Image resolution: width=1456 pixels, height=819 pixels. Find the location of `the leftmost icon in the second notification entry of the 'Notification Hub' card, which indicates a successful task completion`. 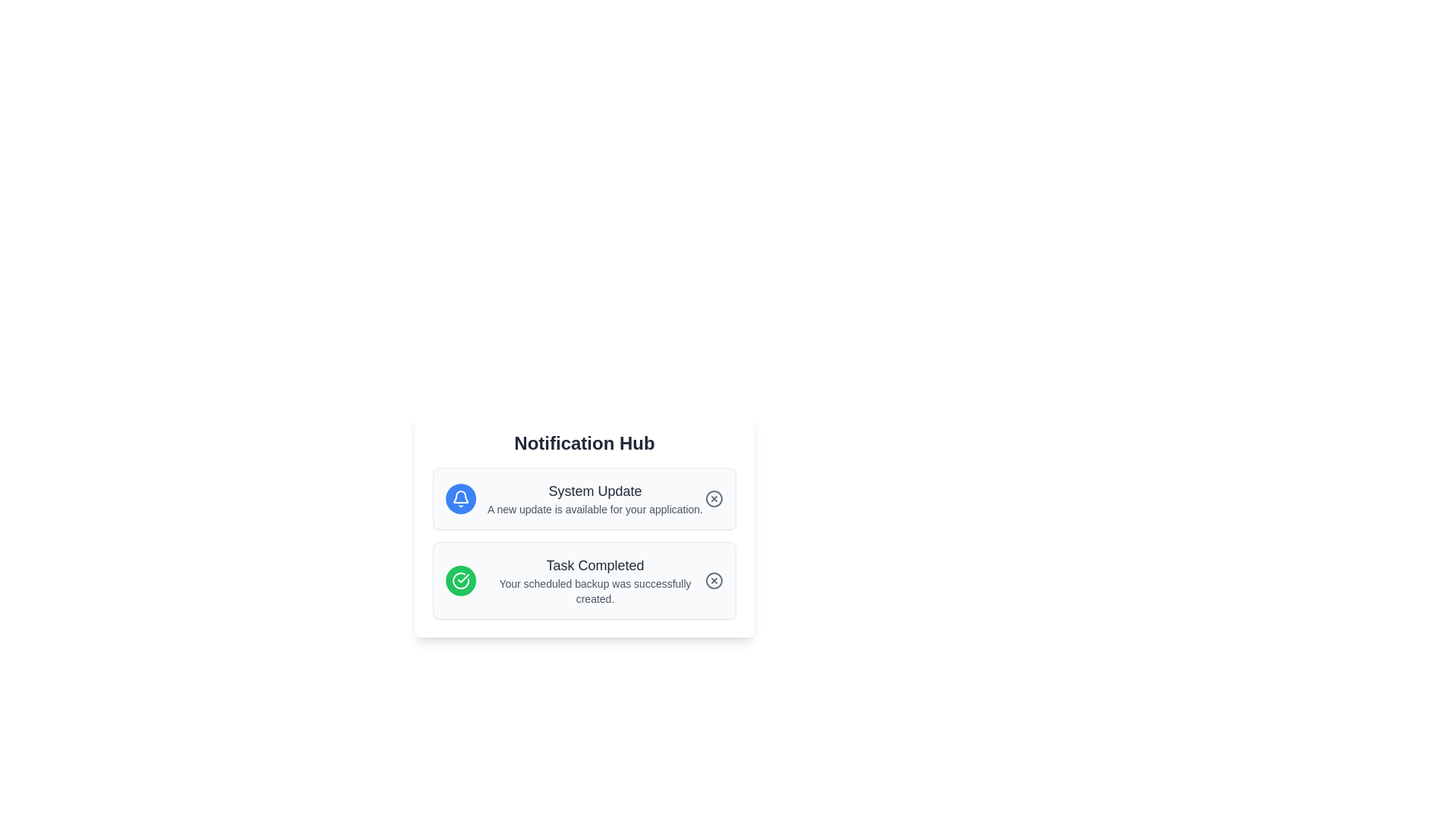

the leftmost icon in the second notification entry of the 'Notification Hub' card, which indicates a successful task completion is located at coordinates (460, 580).